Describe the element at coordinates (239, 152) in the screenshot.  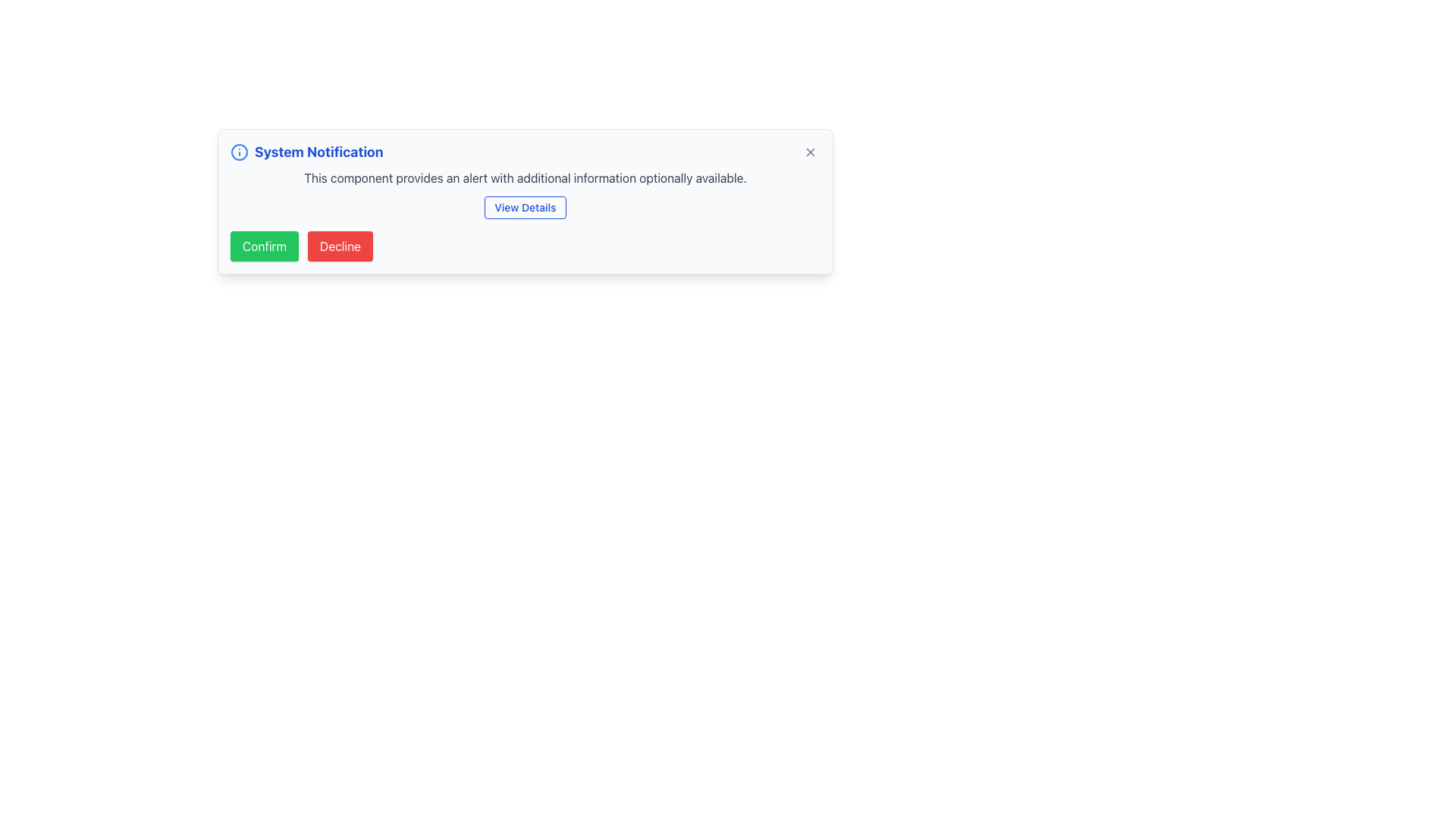
I see `the circular non-interactive icon component of the information icon located at the top left of the notification card header` at that location.